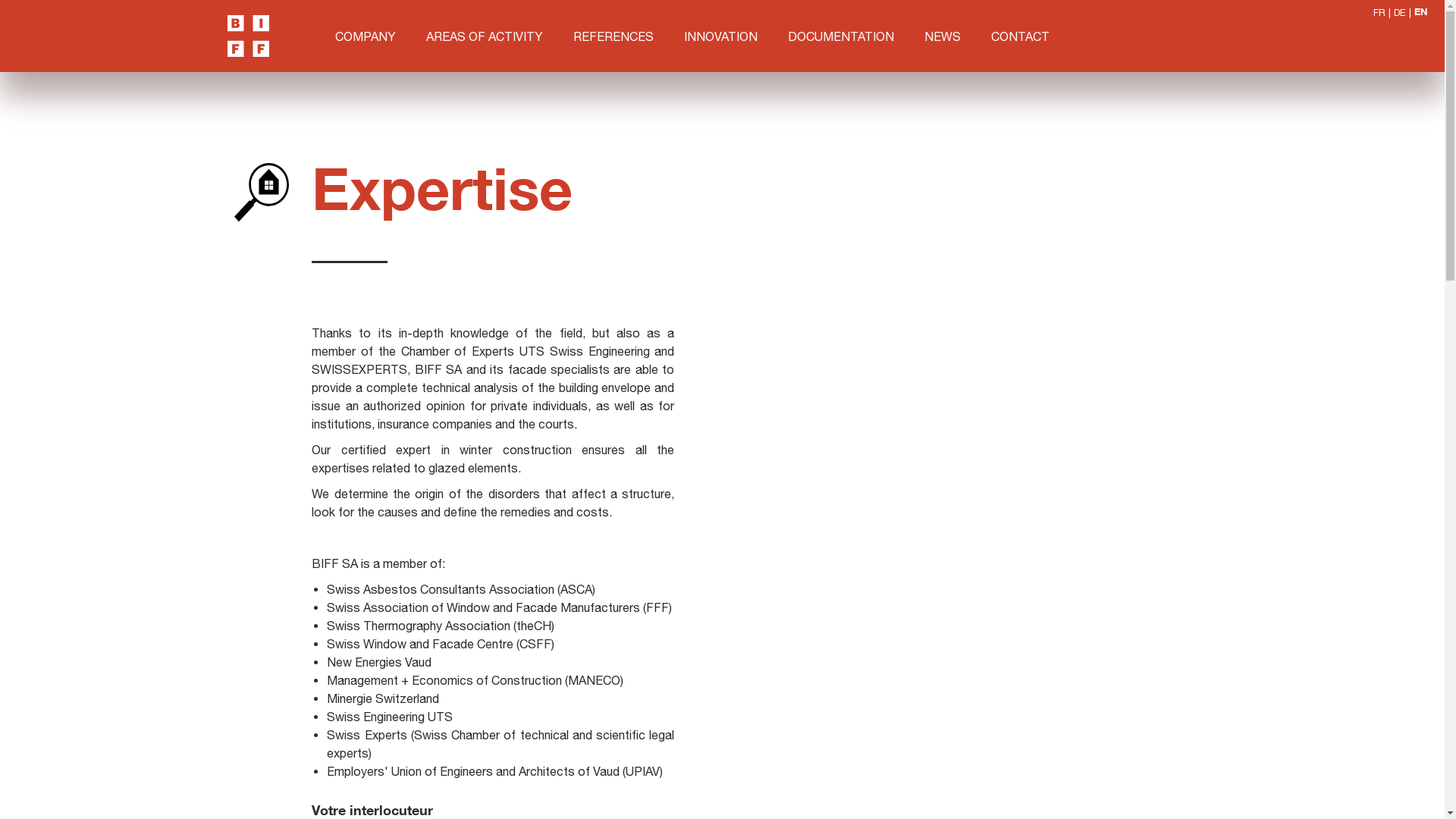  Describe the element at coordinates (839, 34) in the screenshot. I see `'DOCUMENTATION'` at that location.